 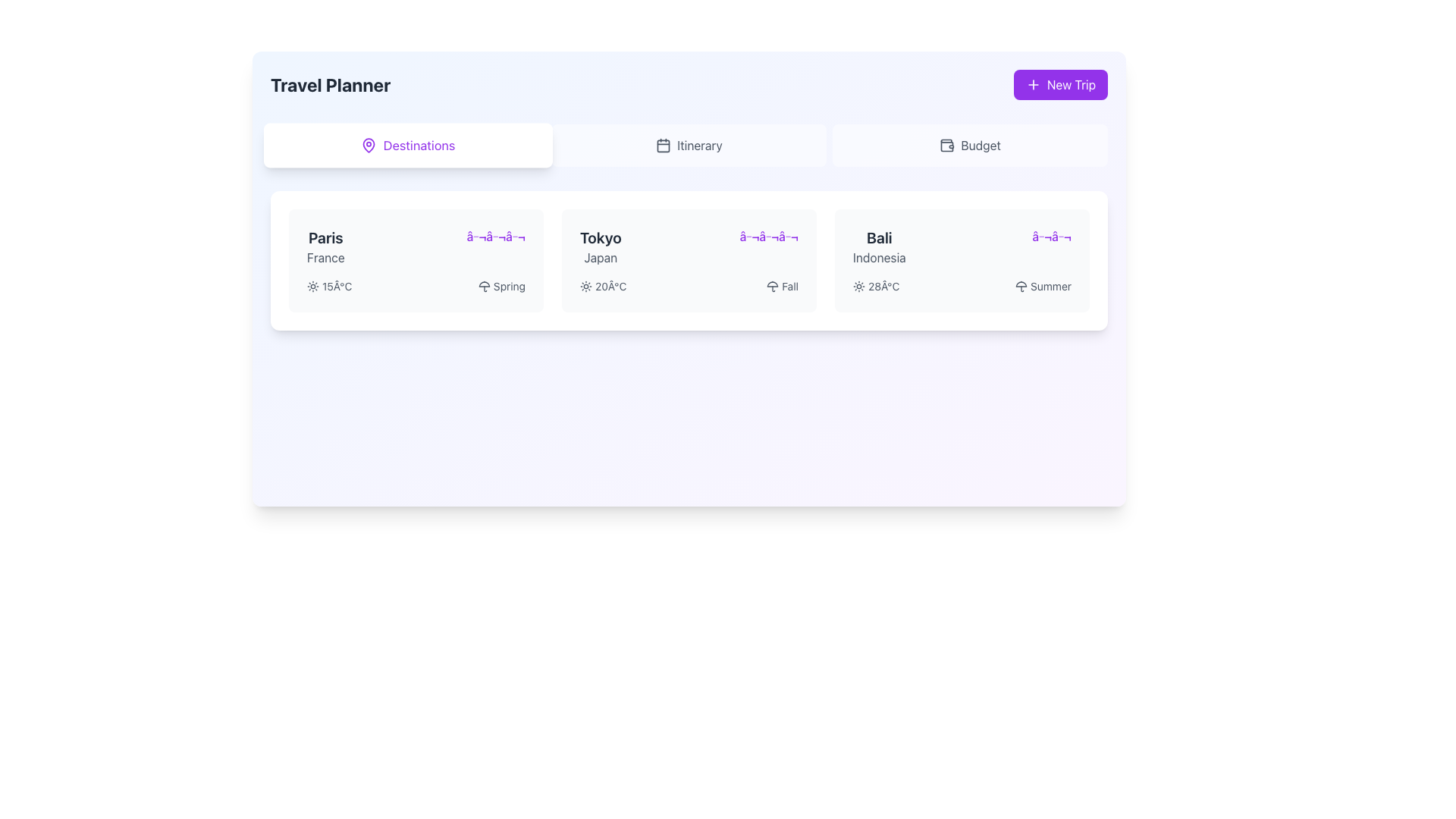 What do you see at coordinates (981, 146) in the screenshot?
I see `the 'Budget' text label located within the button on the upper-right section of the interface for additional visual feedback` at bounding box center [981, 146].